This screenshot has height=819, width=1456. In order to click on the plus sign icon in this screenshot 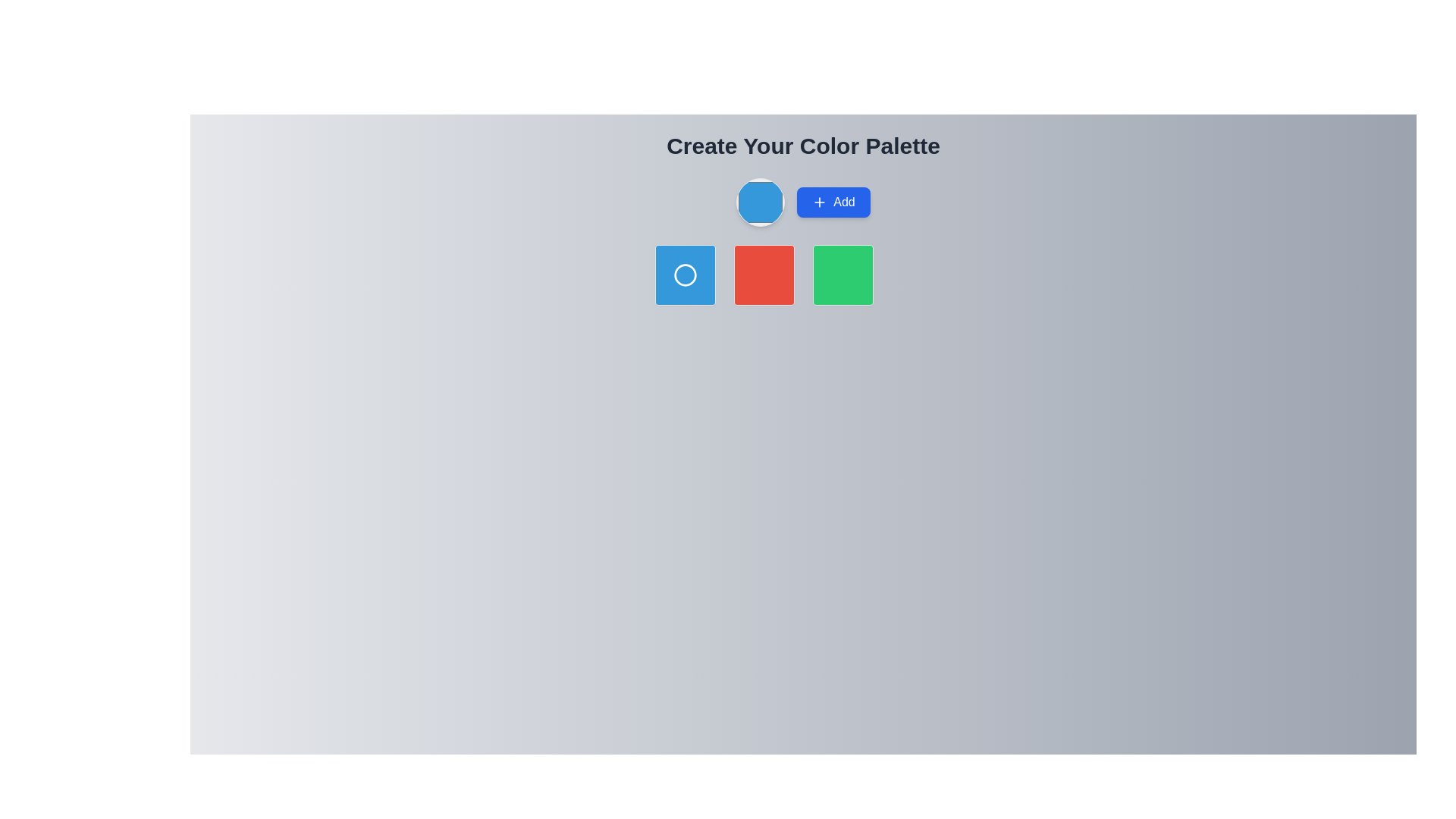, I will do `click(819, 201)`.